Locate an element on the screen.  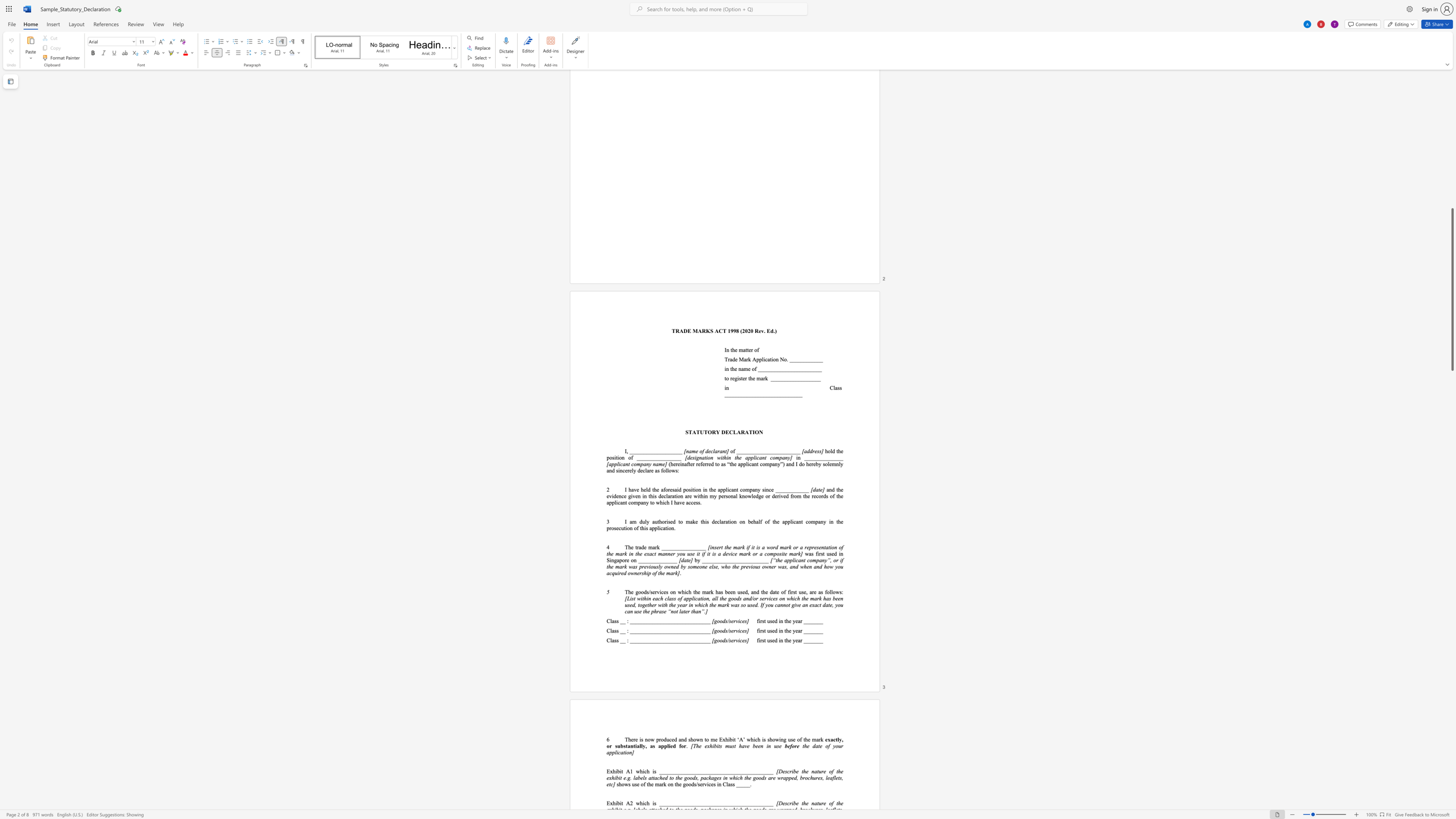
the scrollbar to scroll upward is located at coordinates (1451, 208).